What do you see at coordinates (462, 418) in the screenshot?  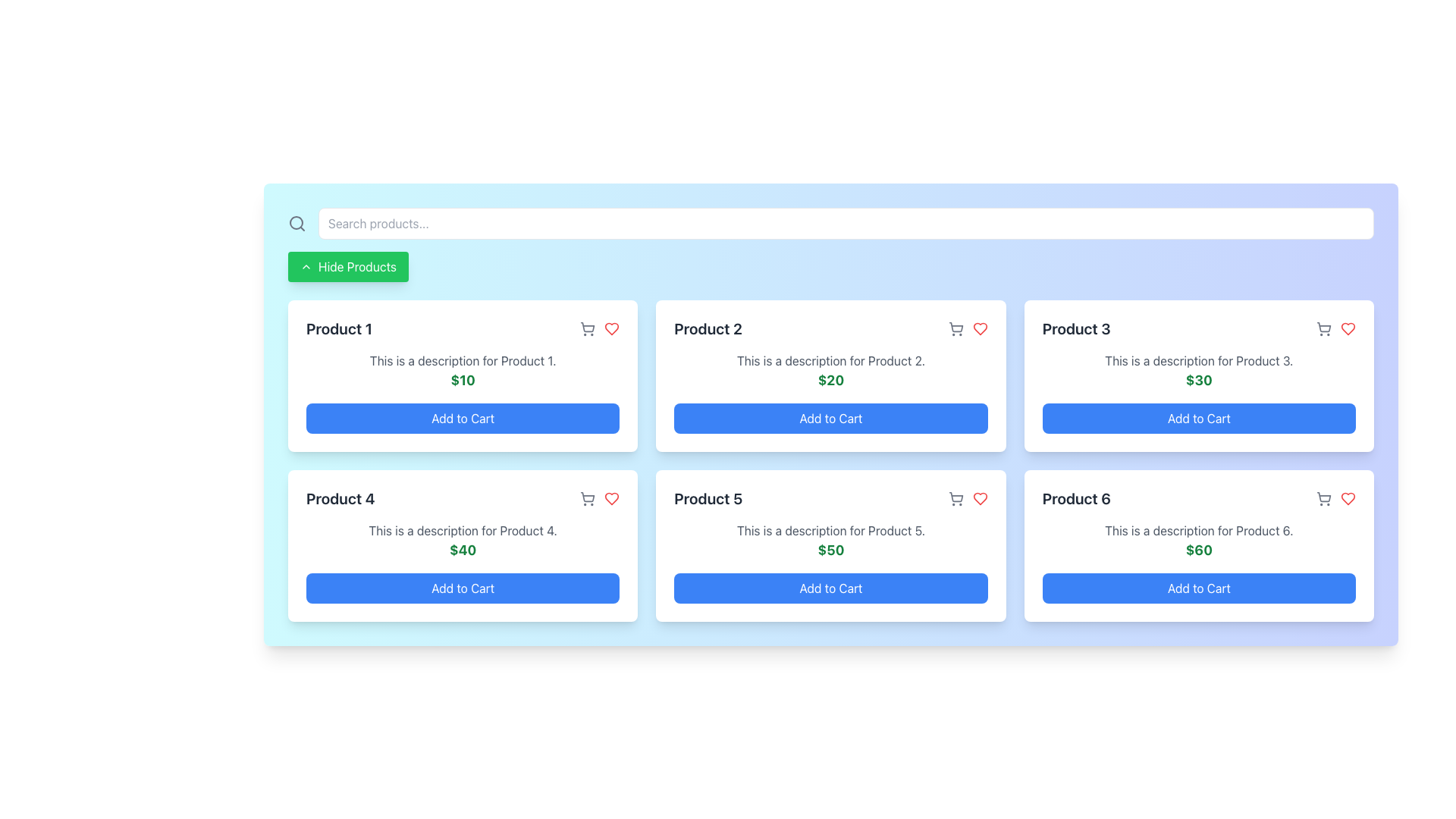 I see `the 'Add to Cart' button, which is a rectangular button with a vivid blue background and white text, located at the bottom section of the card for 'Product 1'` at bounding box center [462, 418].